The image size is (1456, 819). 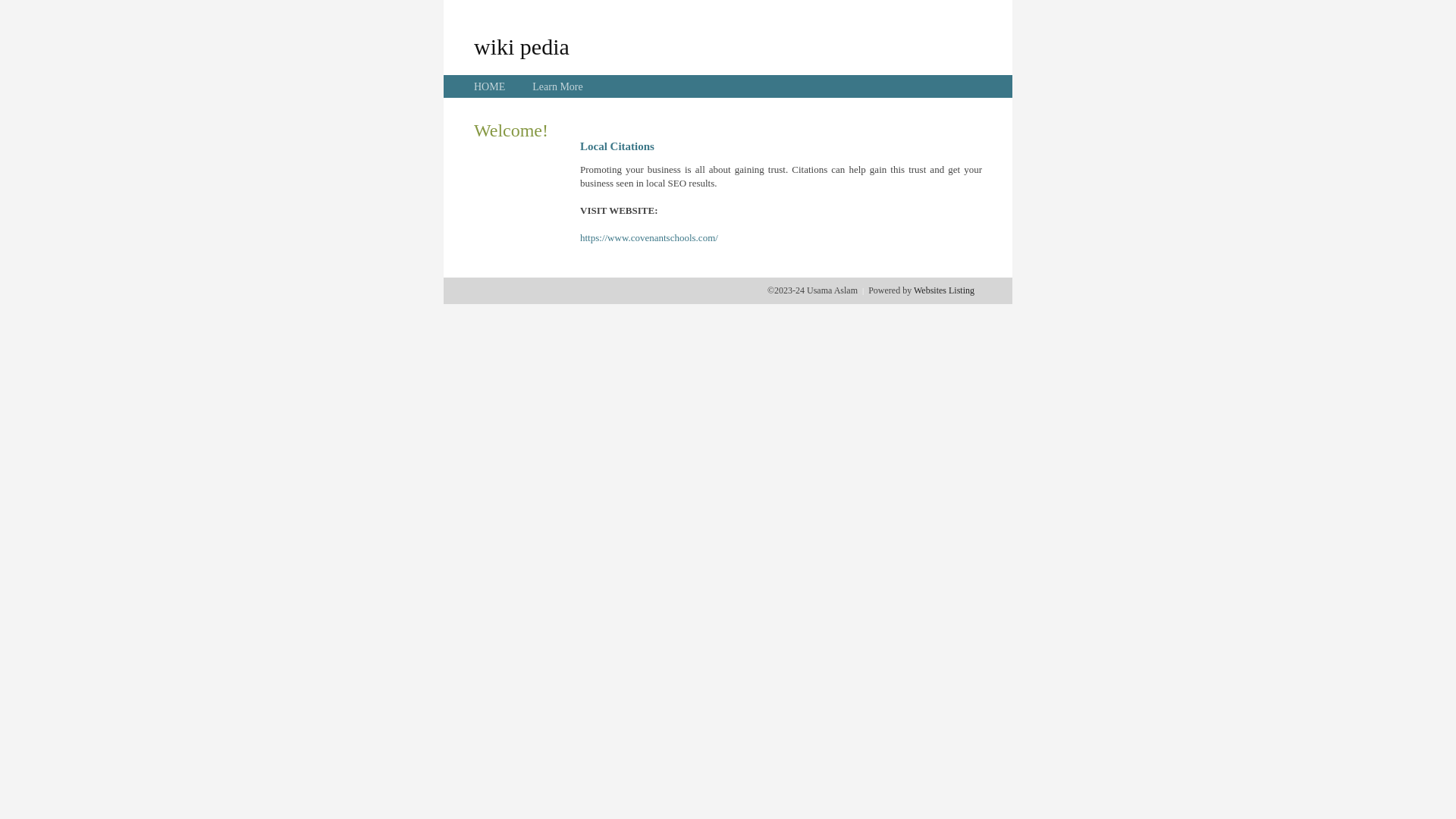 I want to click on 'wiki pedia', so click(x=472, y=45).